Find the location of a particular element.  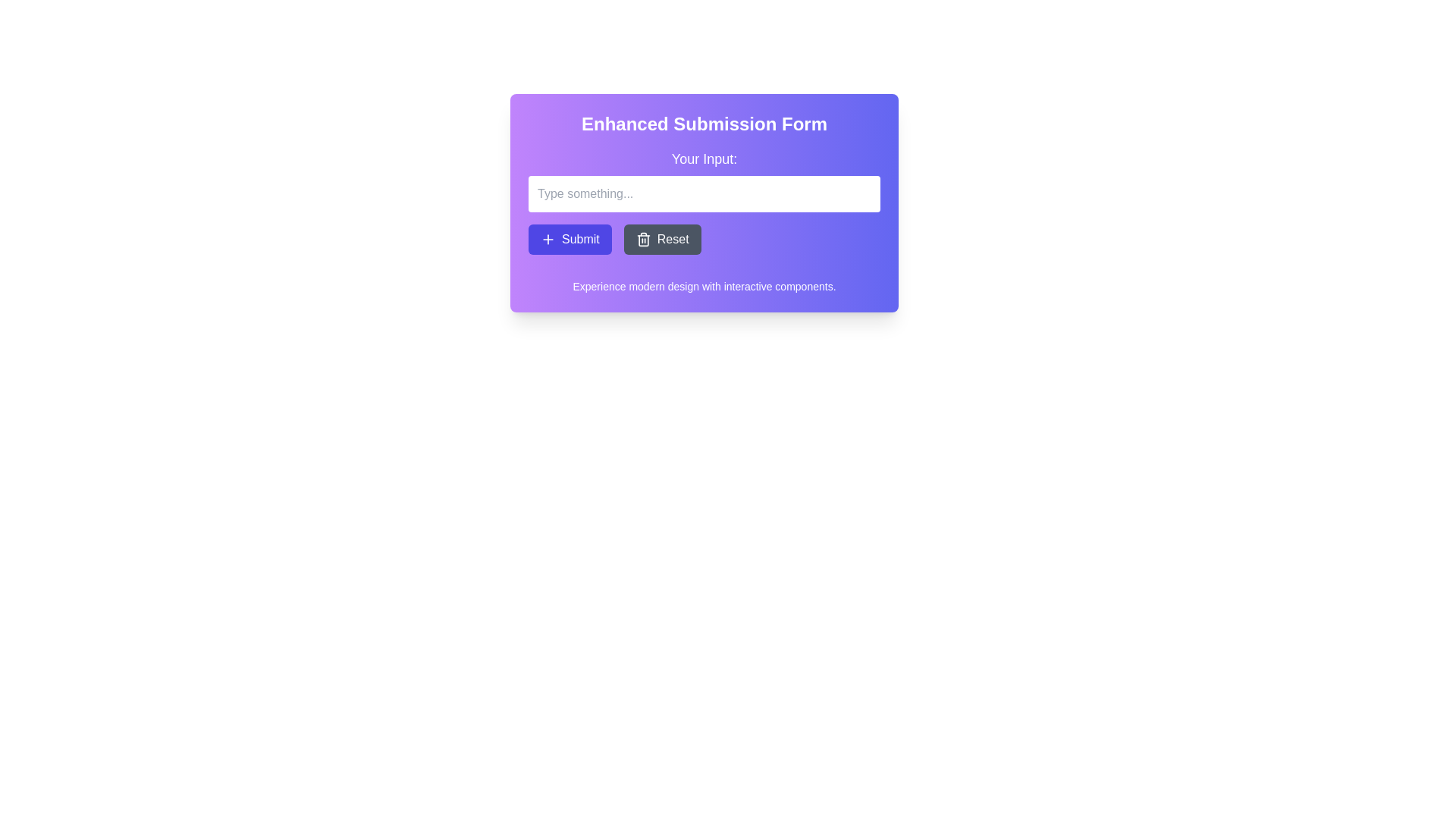

the reset action button located to the right of the 'Submit' button is located at coordinates (662, 239).